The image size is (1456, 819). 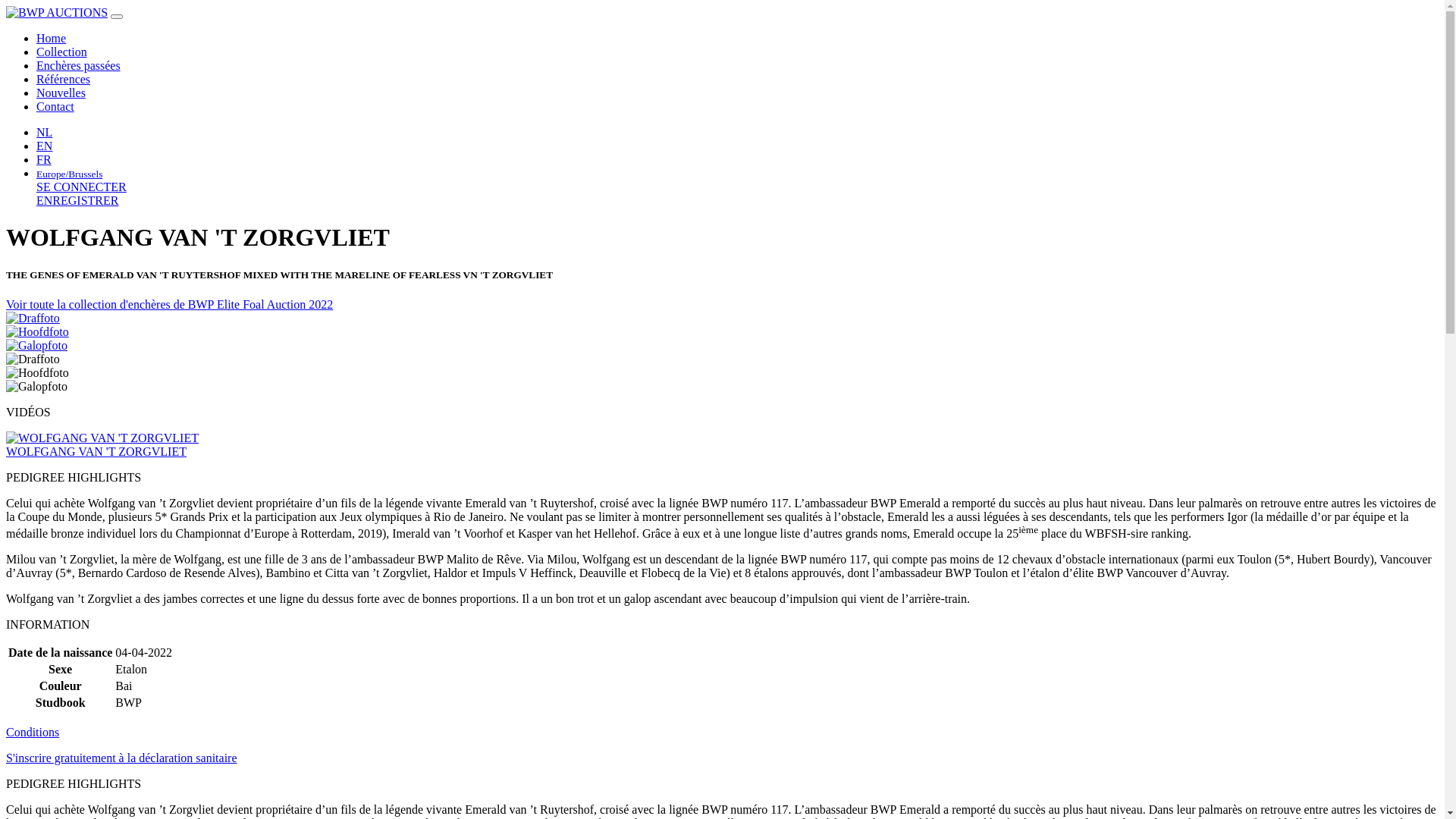 I want to click on 'SE CONNECTER', so click(x=80, y=186).